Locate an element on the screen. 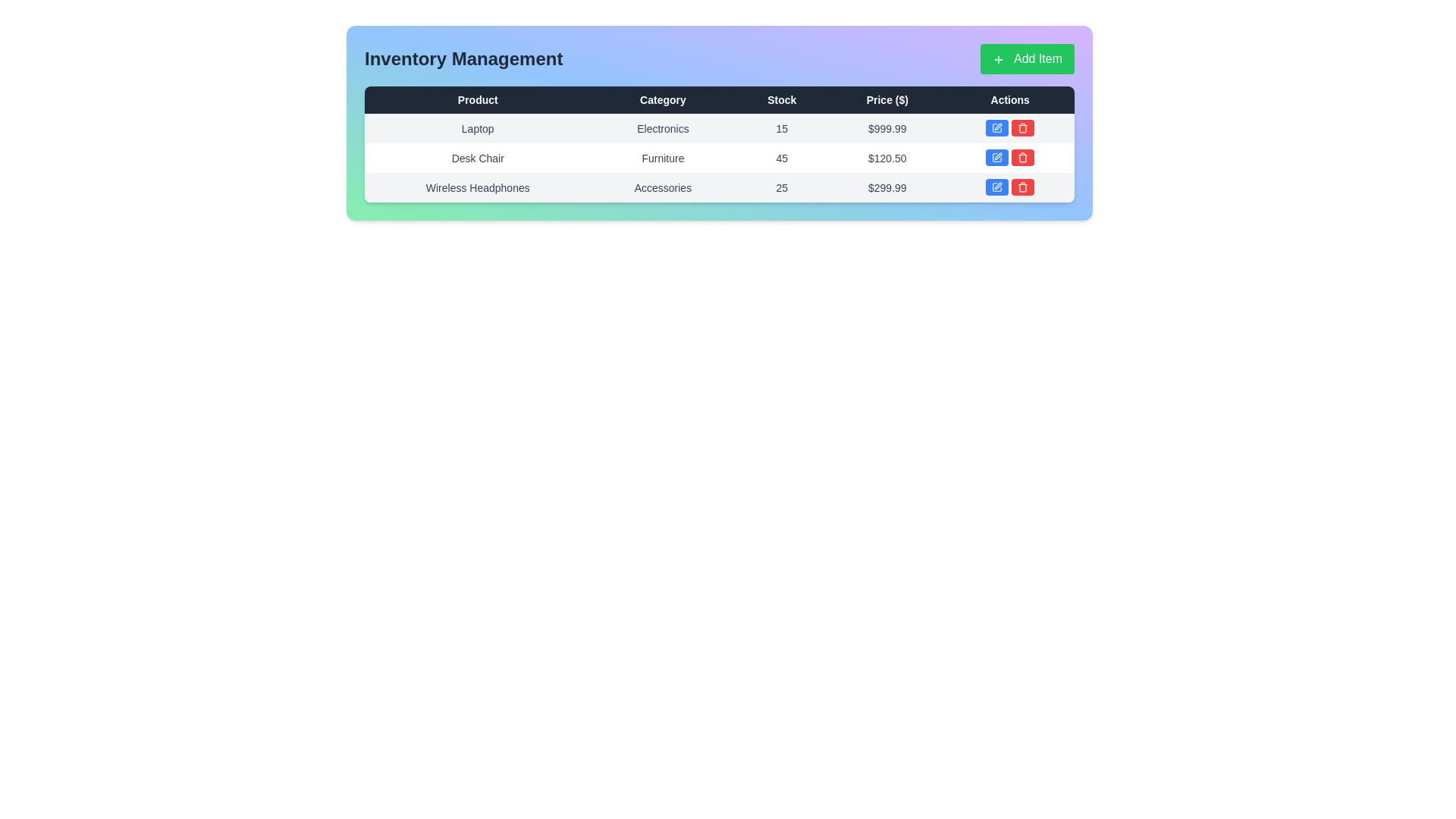 The width and height of the screenshot is (1456, 819). the trash can icon in the 'Actions' column of the table, associated with the item 'Wireless Headphones' is located at coordinates (1023, 187).